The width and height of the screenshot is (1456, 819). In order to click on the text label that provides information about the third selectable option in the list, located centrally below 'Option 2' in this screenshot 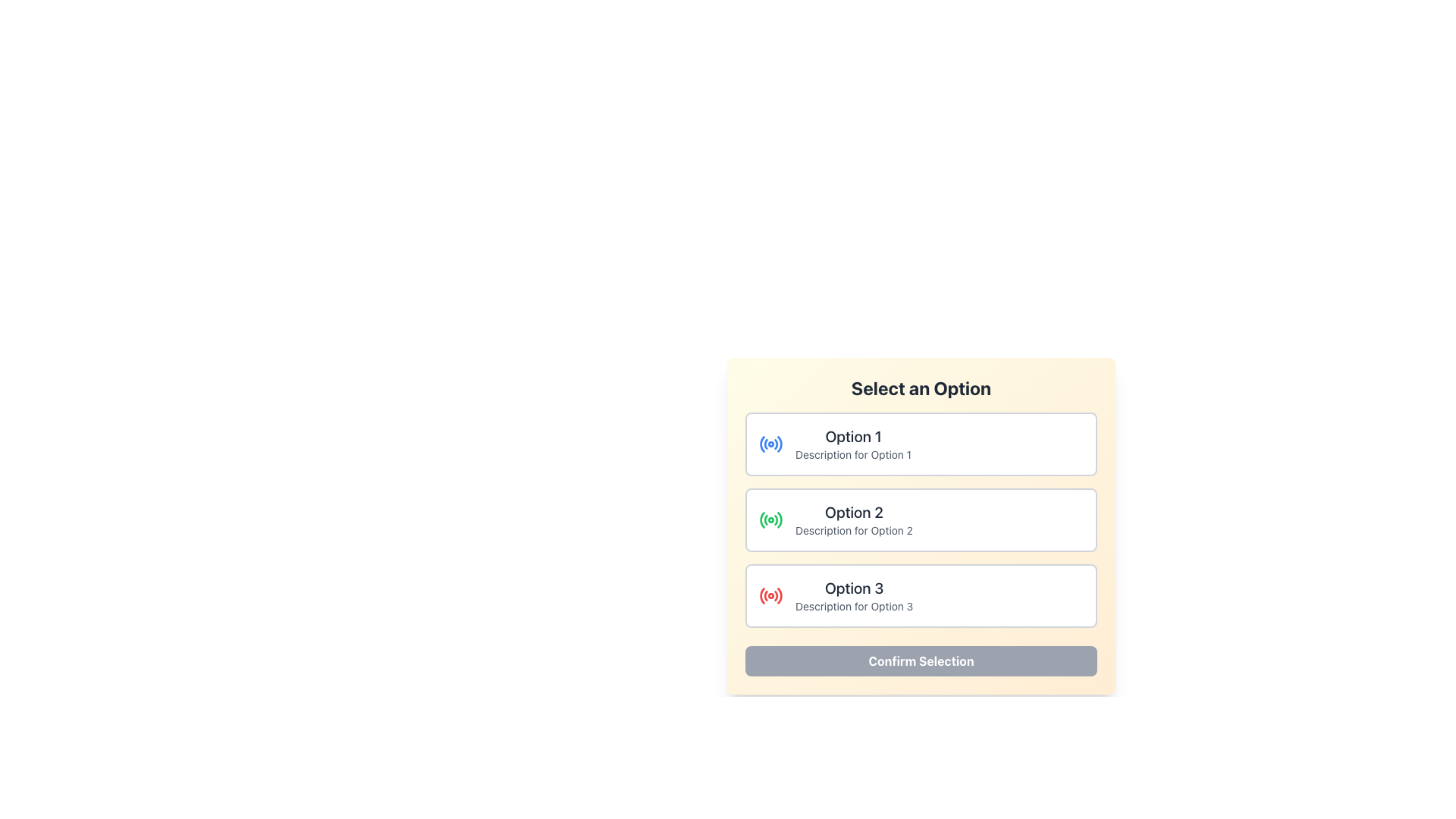, I will do `click(854, 595)`.